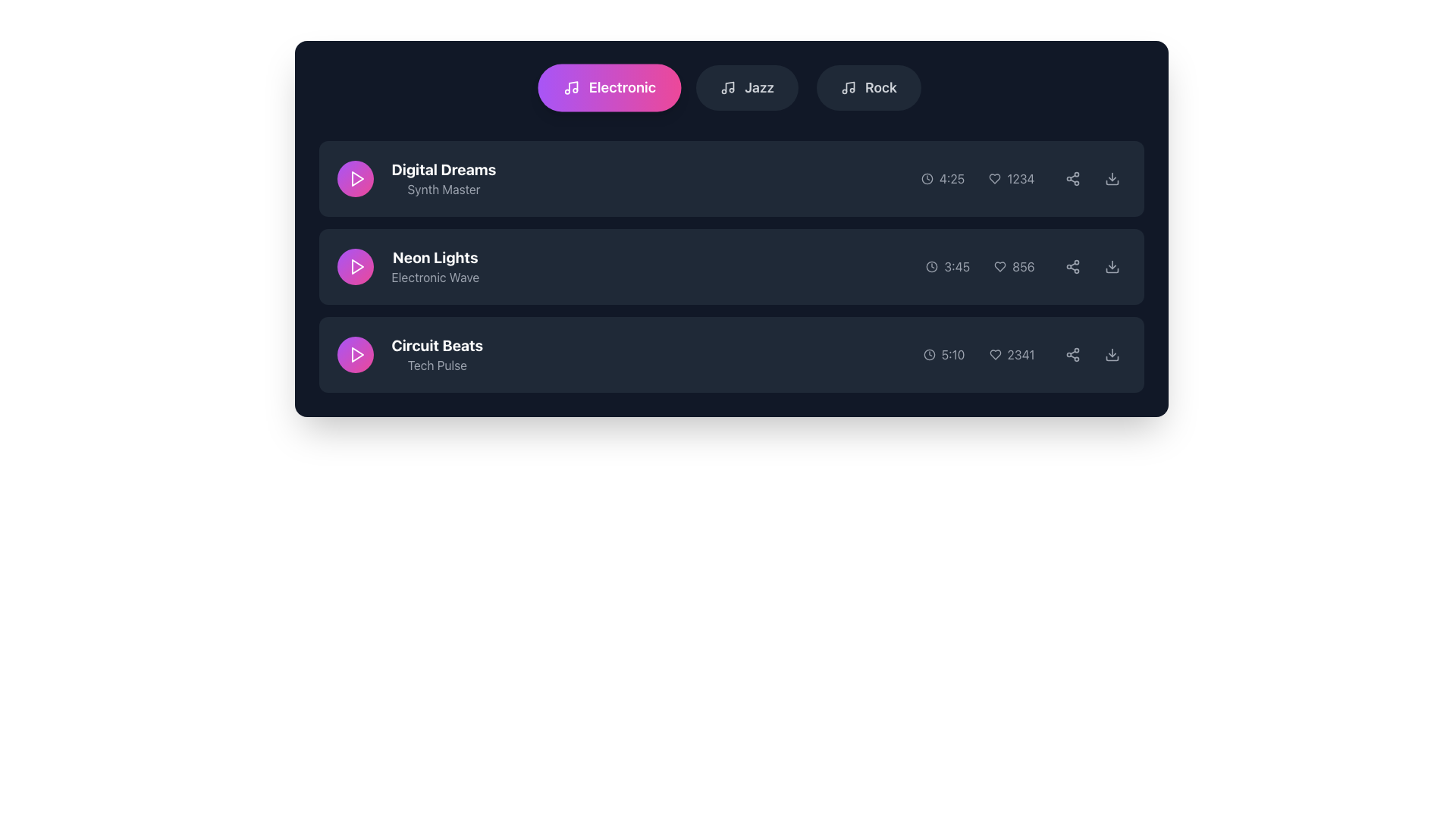 This screenshot has height=819, width=1456. I want to click on the share button located in the rightmost section of the first row of the song list for the song 'Digital Dreams' to share the content, so click(1072, 177).